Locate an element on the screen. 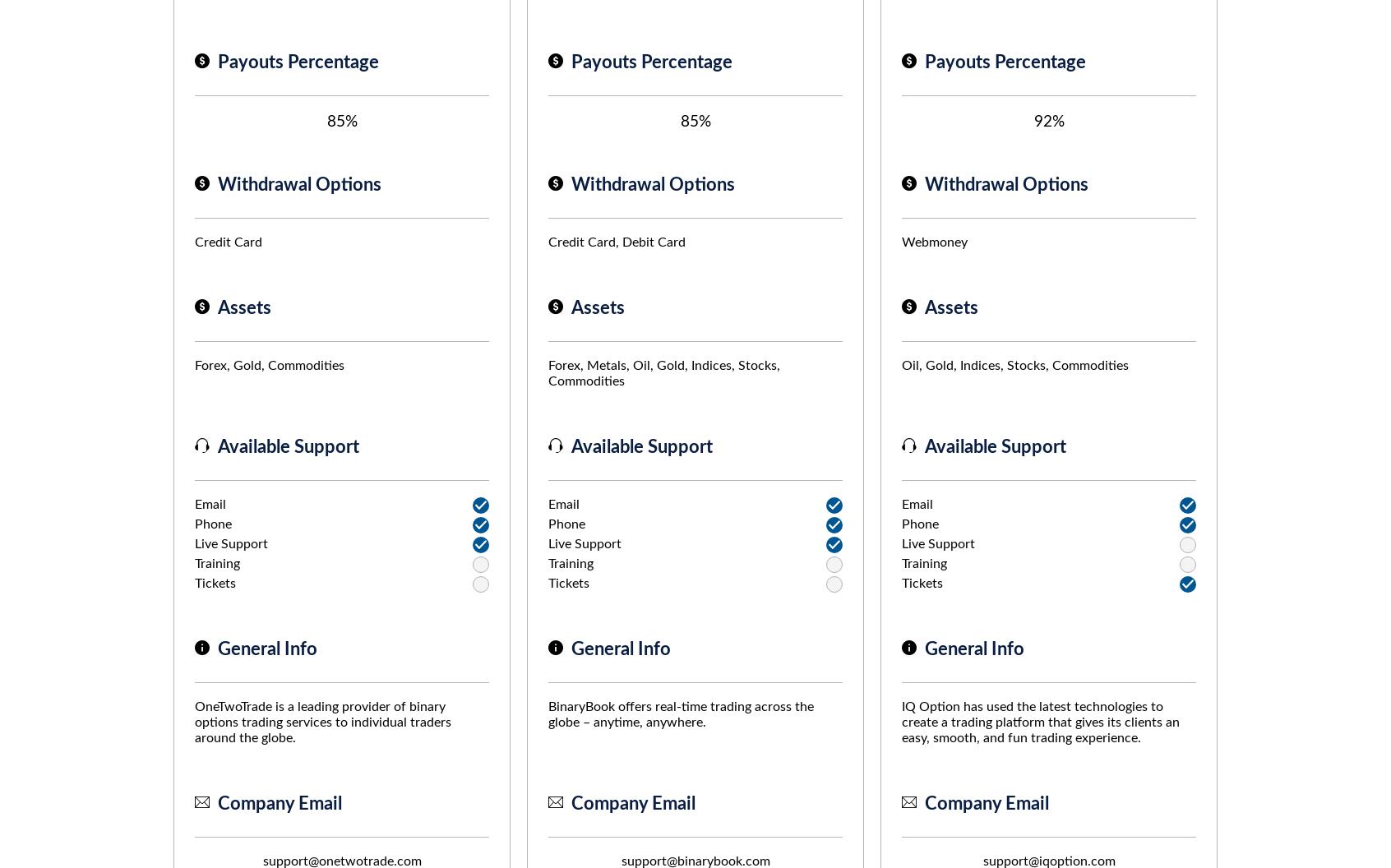 The width and height of the screenshot is (1391, 868). 'IQ Option has used the latest technologies to create a trading platform that gives its clients an easy, smooth, and fun trading experience.' is located at coordinates (1040, 722).